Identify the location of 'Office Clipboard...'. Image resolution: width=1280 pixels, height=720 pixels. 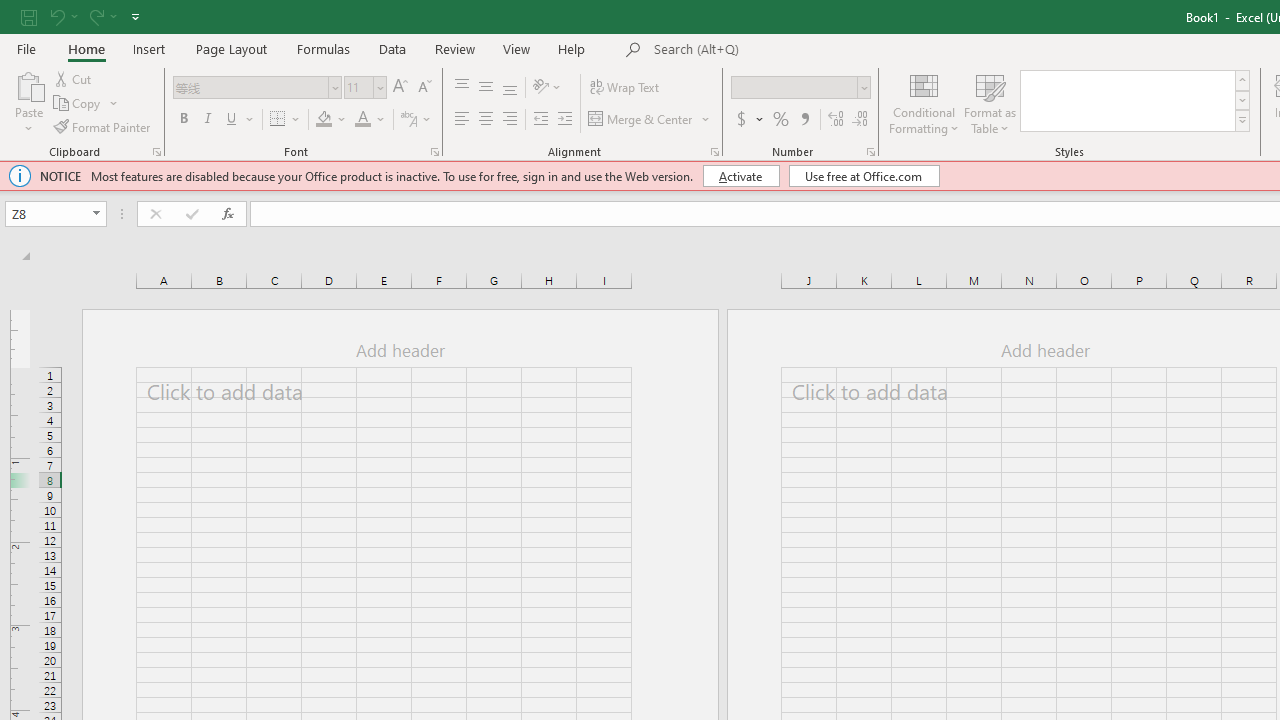
(155, 150).